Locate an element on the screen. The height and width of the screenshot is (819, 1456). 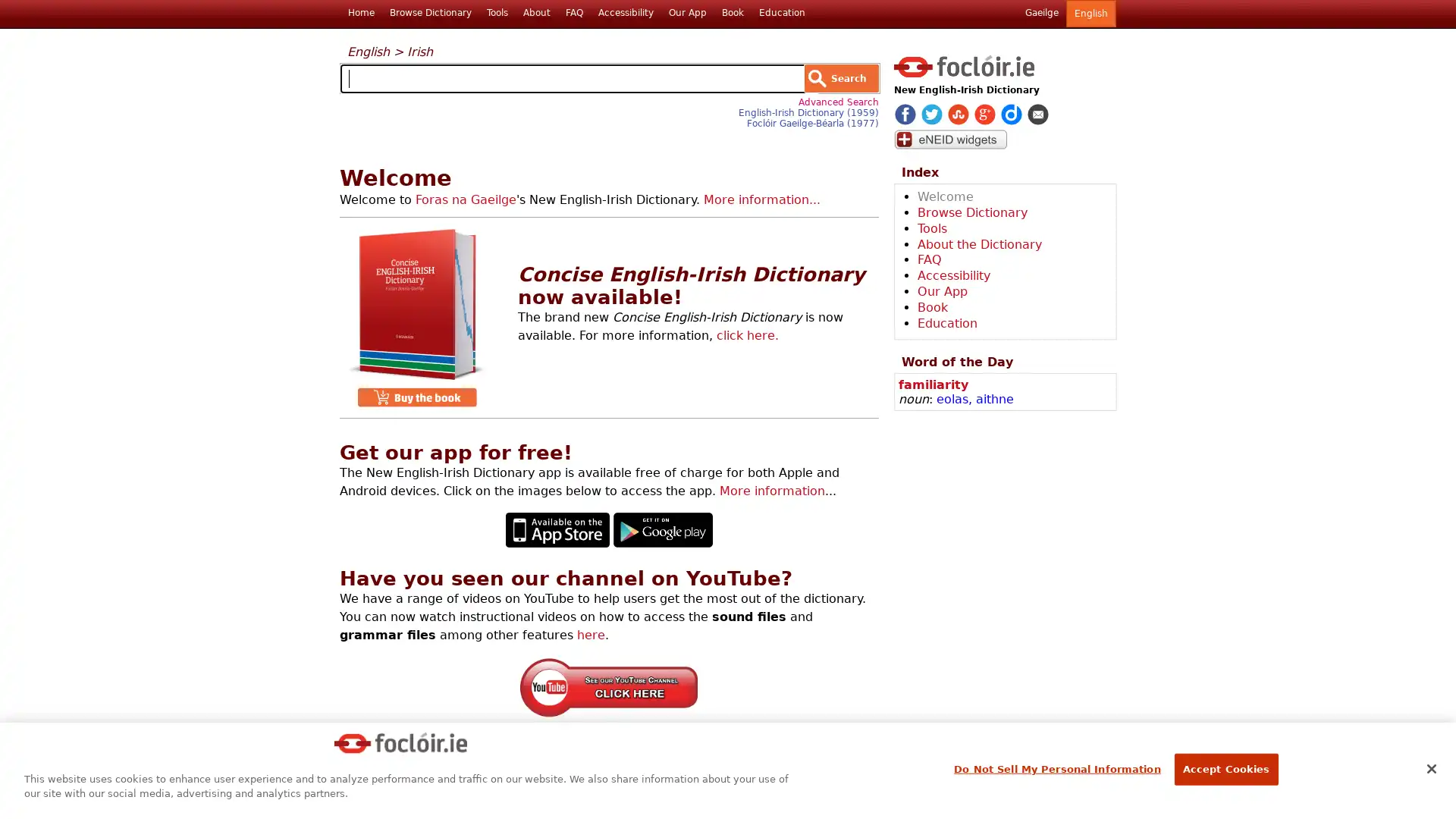
Close is located at coordinates (1430, 769).